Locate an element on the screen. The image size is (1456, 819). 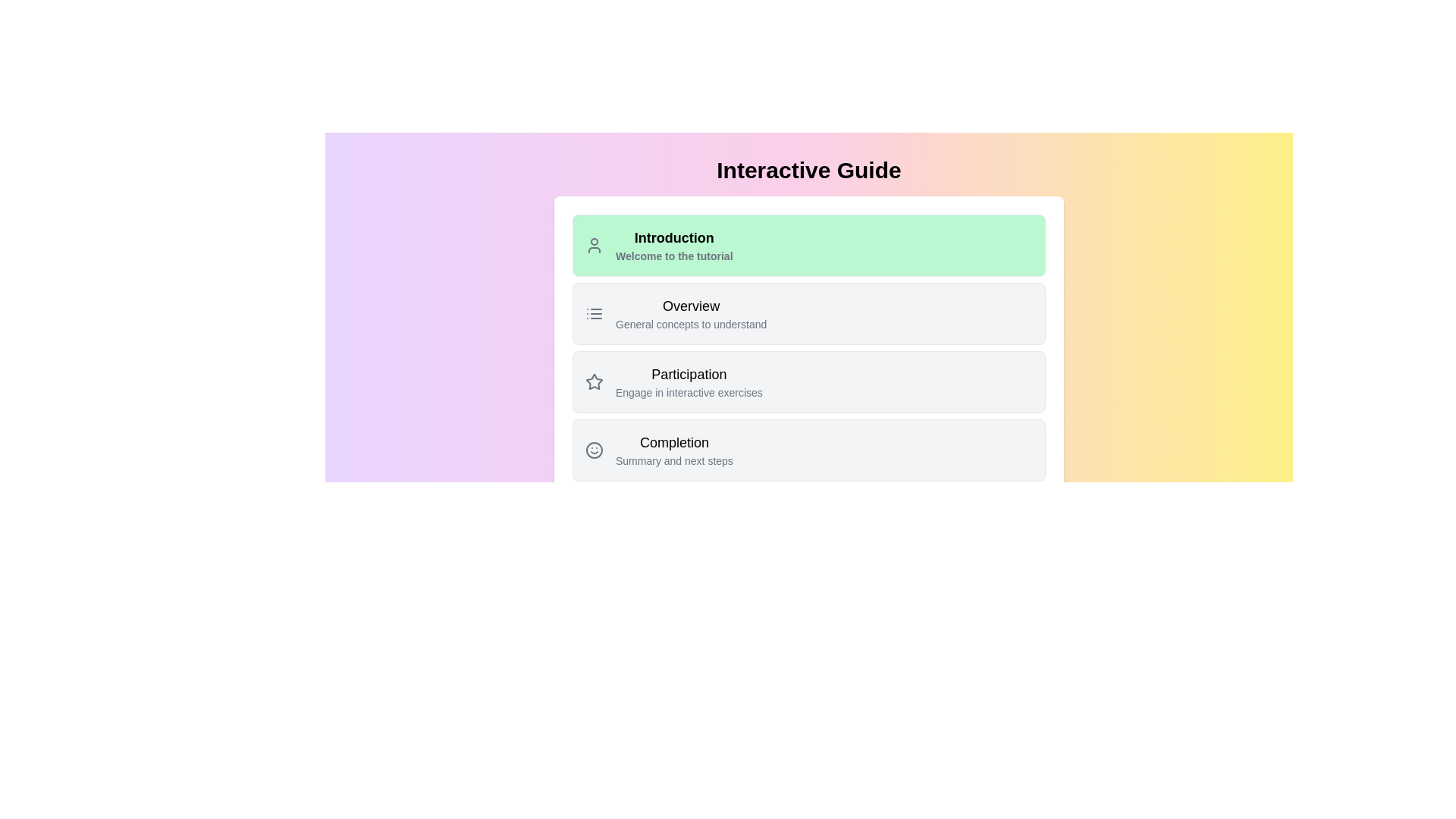
the 'Completion' label that summarizes the associated content or actions under 'Summary and next steps', positioned below 'Participation' in the main content area is located at coordinates (673, 450).